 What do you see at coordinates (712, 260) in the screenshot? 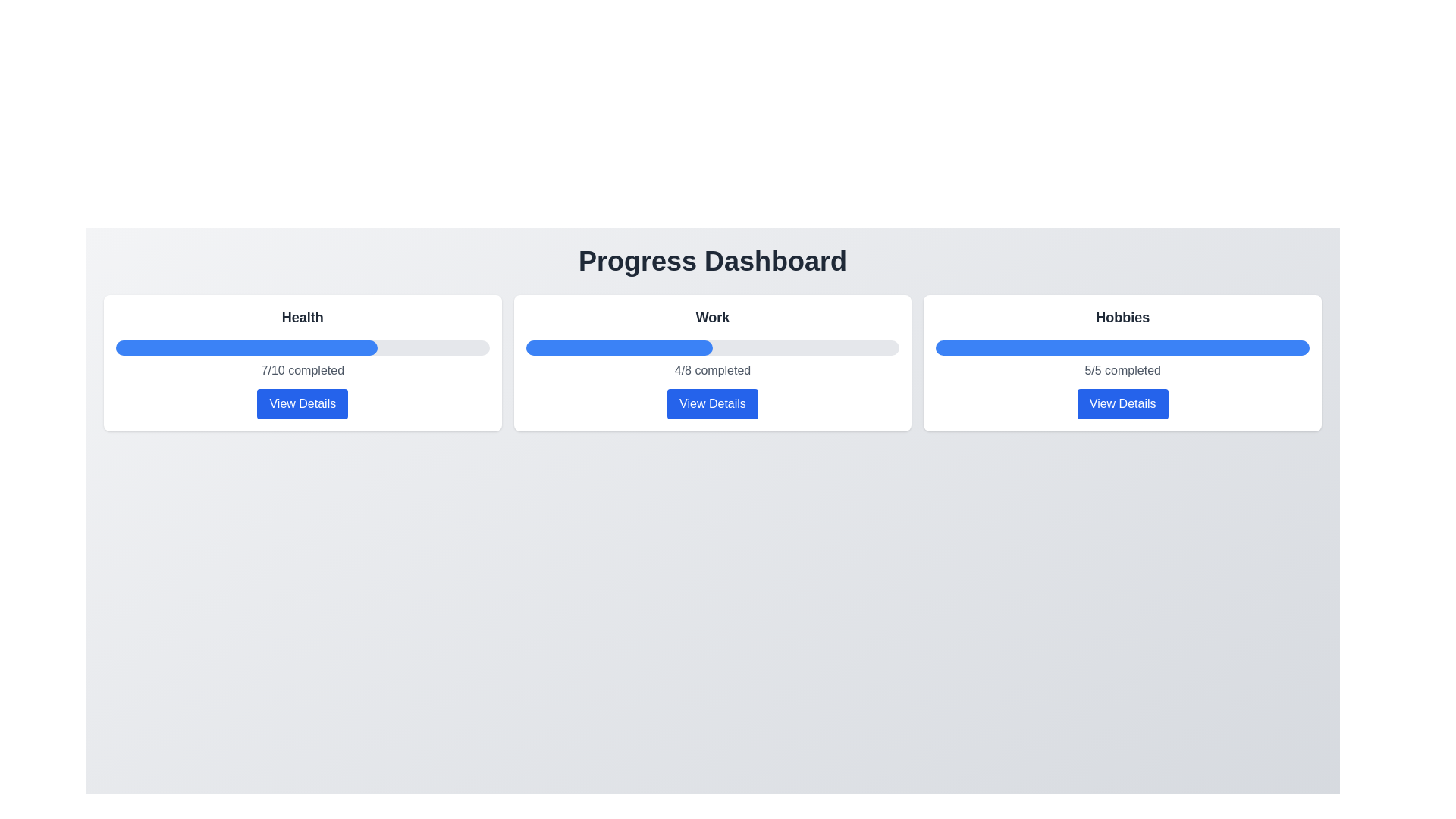
I see `the 'Progress Dashboard' text header, which is a bold and large font heading located at the top center of the content area` at bounding box center [712, 260].